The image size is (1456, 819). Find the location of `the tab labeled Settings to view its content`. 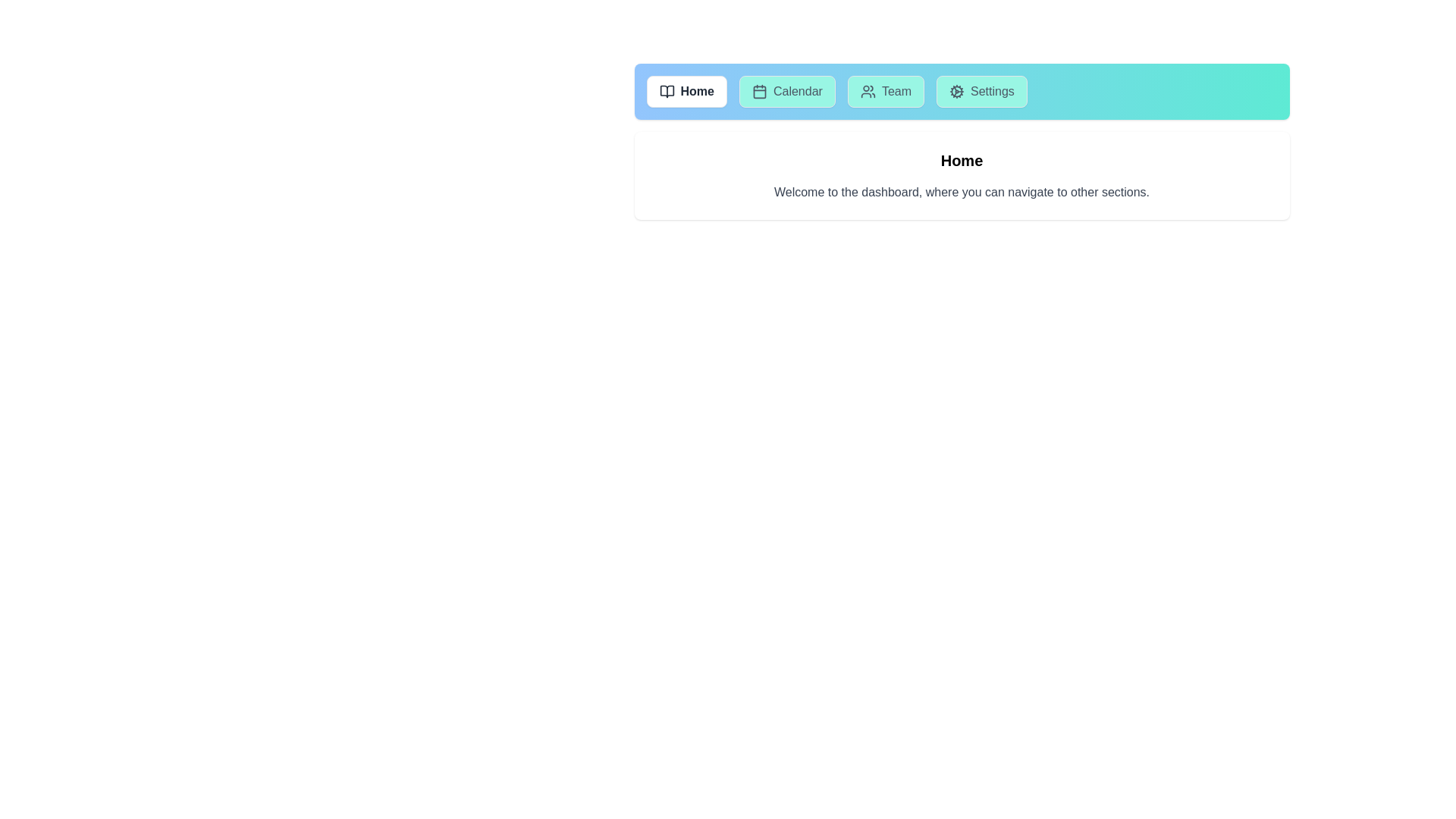

the tab labeled Settings to view its content is located at coordinates (981, 91).